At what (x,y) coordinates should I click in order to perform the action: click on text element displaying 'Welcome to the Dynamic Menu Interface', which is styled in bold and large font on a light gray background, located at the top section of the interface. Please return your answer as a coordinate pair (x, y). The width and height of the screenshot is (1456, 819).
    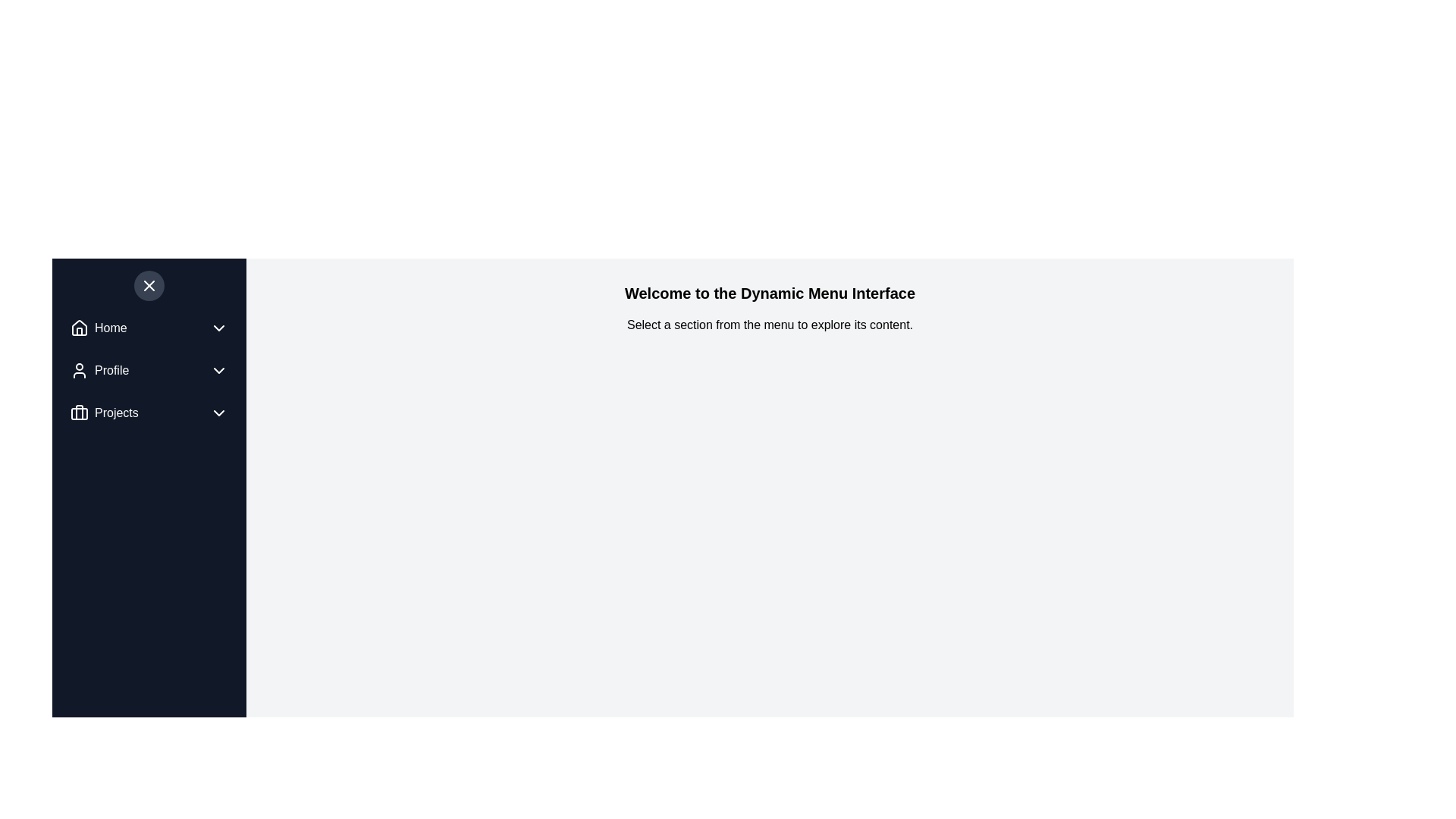
    Looking at the image, I should click on (770, 293).